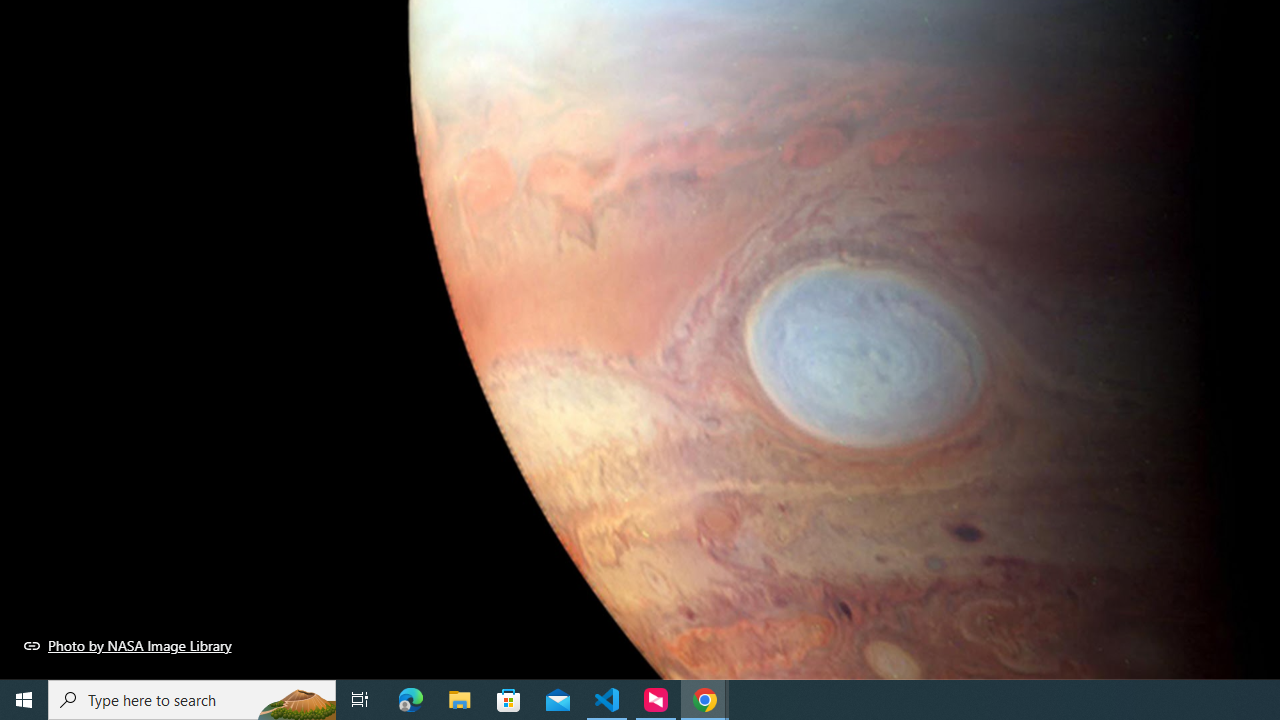 Image resolution: width=1280 pixels, height=720 pixels. I want to click on 'Photo by NASA Image Library', so click(127, 645).